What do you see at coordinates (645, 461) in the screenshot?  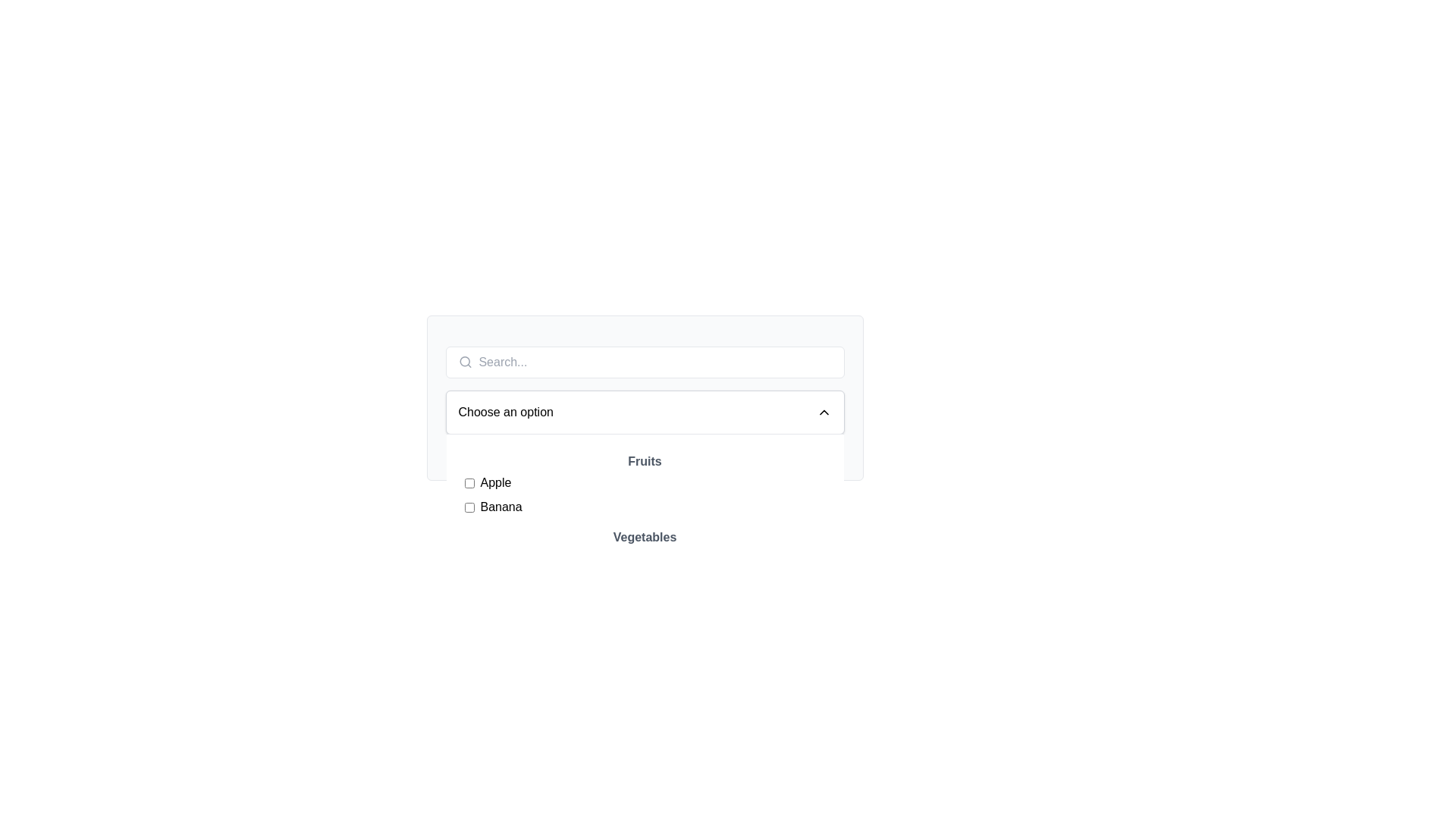 I see `the static text label 'Fruits' which is styled in bold gray font and positioned as a header above a list of items` at bounding box center [645, 461].